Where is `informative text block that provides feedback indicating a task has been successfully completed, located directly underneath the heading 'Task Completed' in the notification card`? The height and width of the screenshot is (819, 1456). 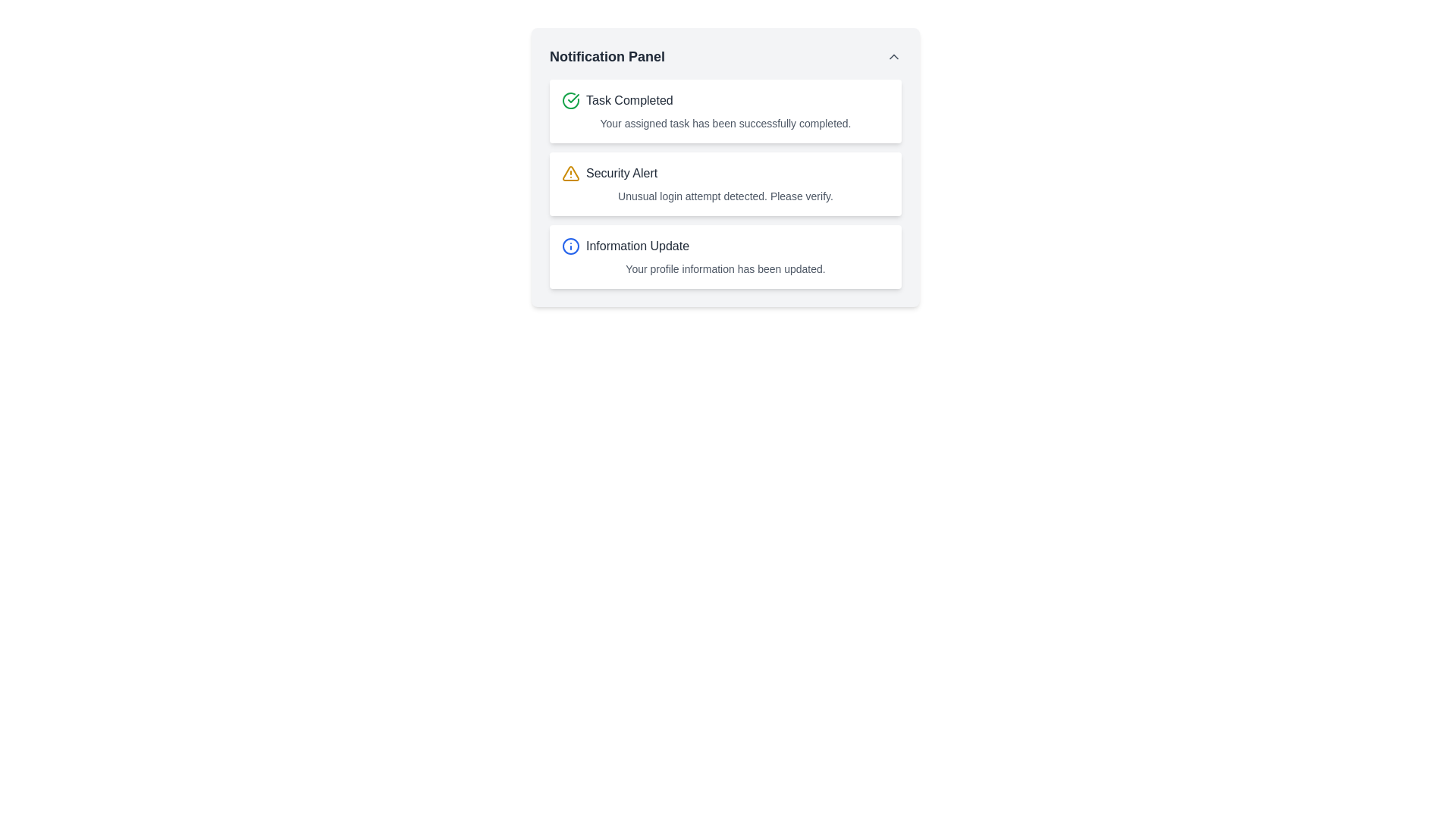 informative text block that provides feedback indicating a task has been successfully completed, located directly underneath the heading 'Task Completed' in the notification card is located at coordinates (724, 122).